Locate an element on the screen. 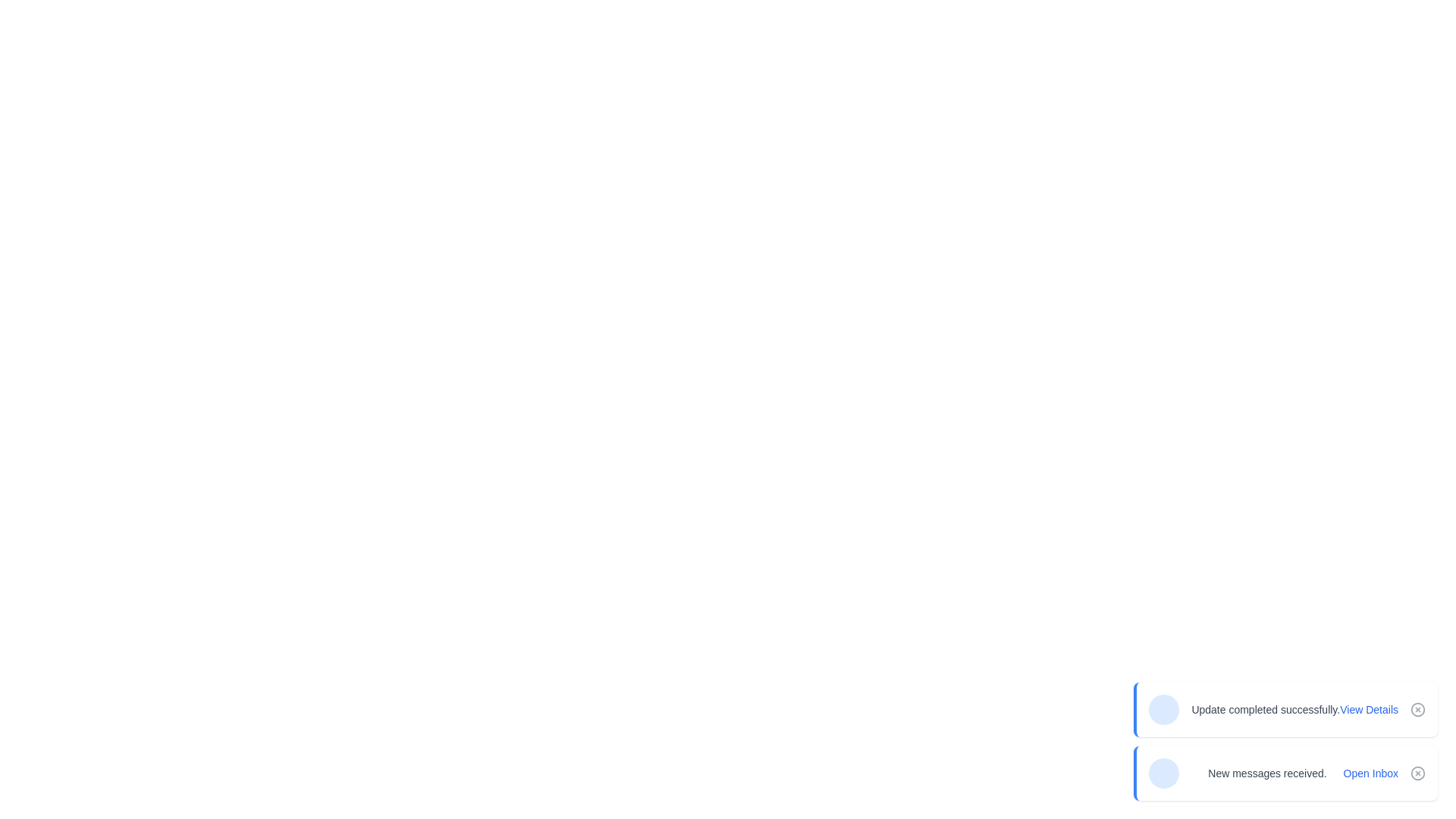  the action link associated with New messages received to perform the action is located at coordinates (1370, 773).